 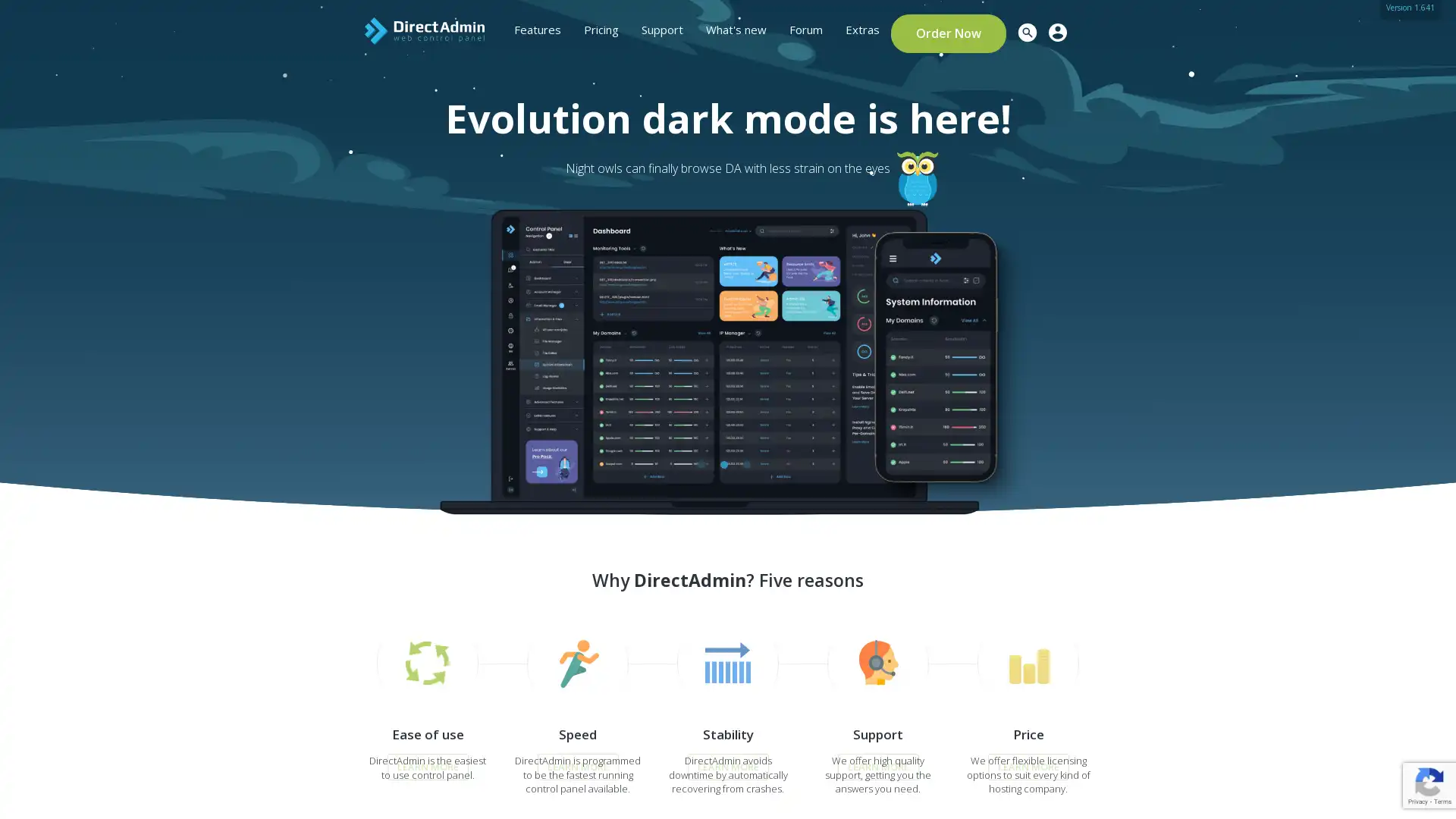 What do you see at coordinates (342, 350) in the screenshot?
I see `See more` at bounding box center [342, 350].